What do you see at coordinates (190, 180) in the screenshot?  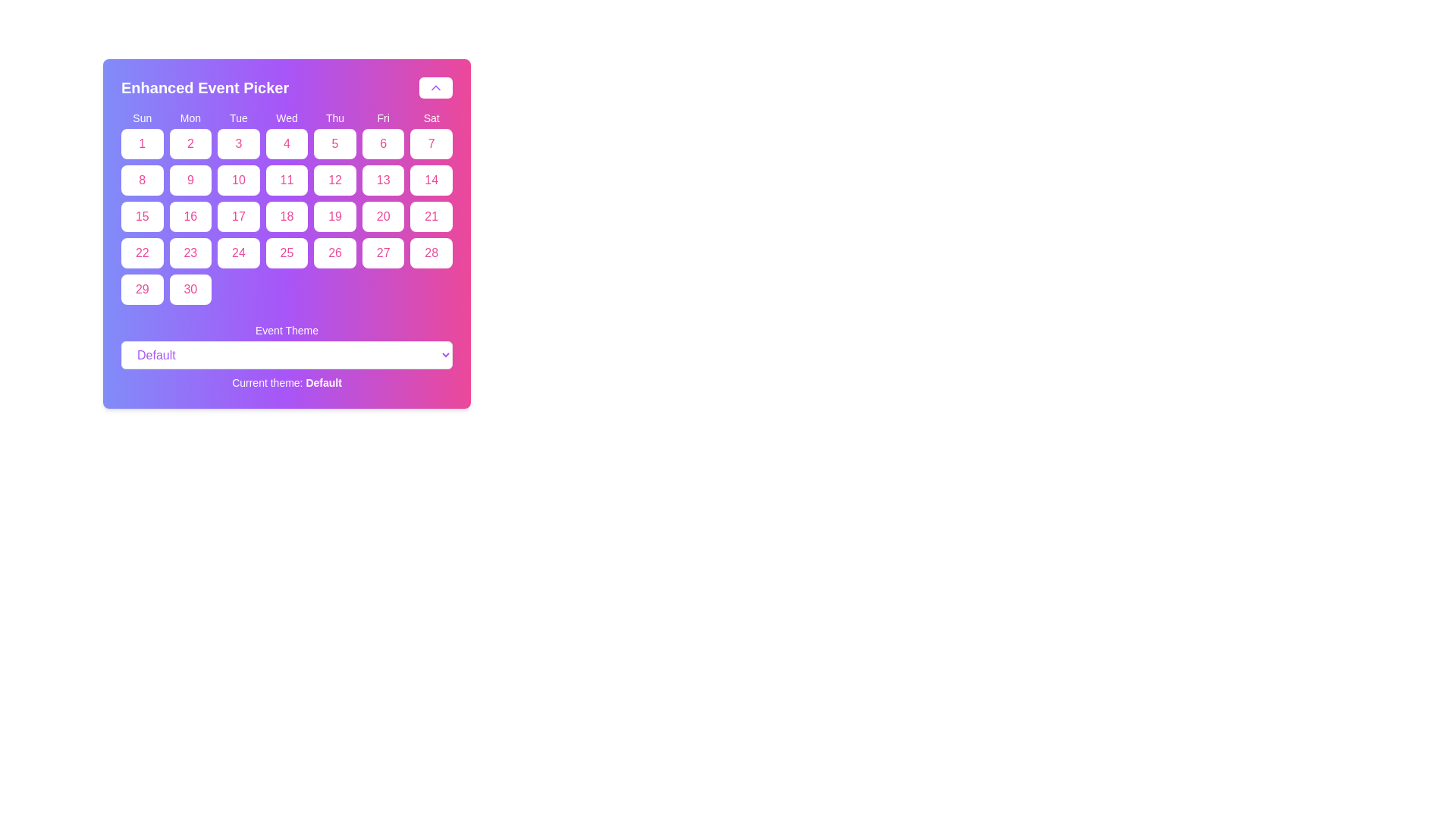 I see `the button representing the selectable date of the 9th in the calendar widget located in the second row, fifth column of the grid` at bounding box center [190, 180].